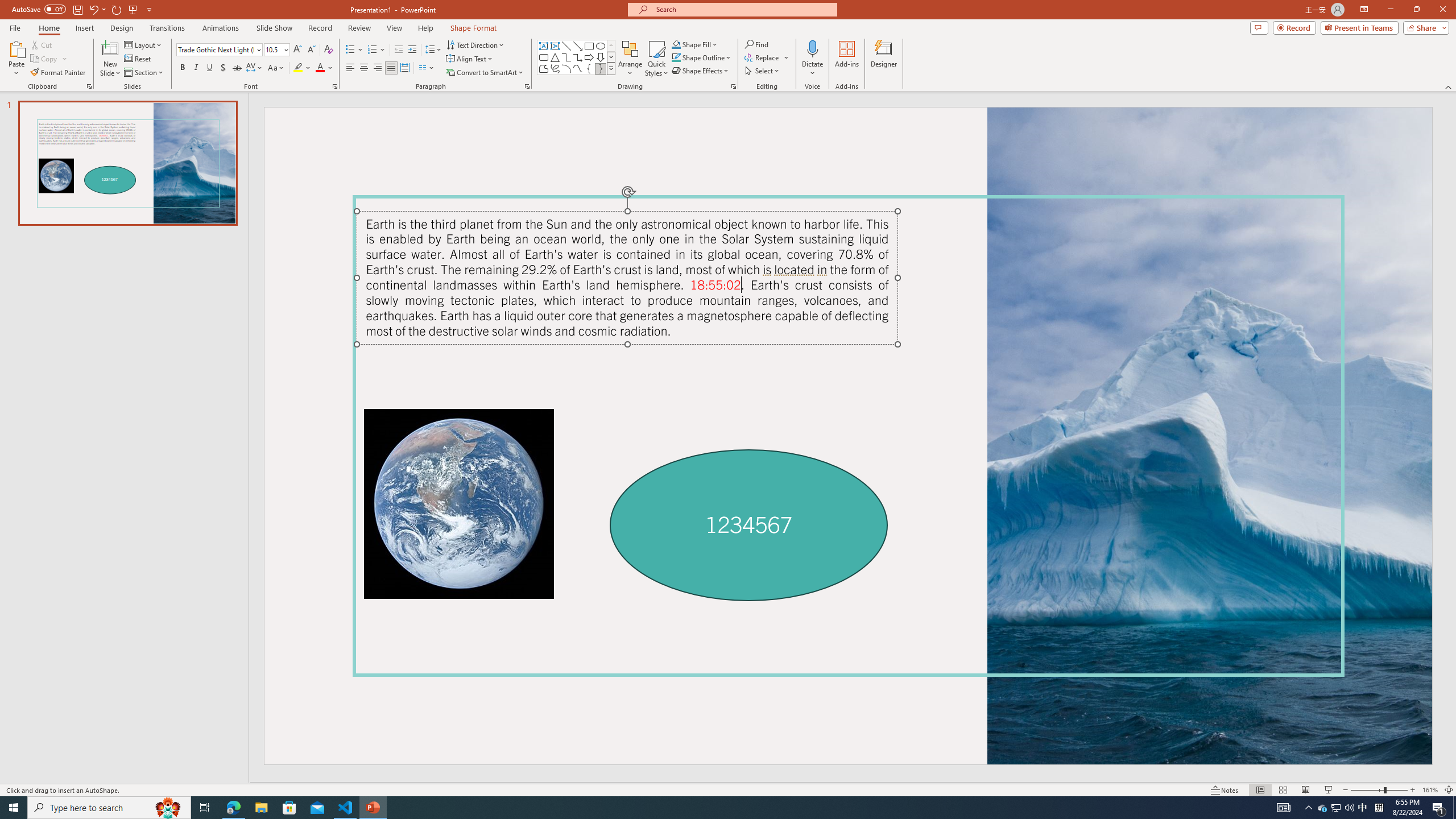  I want to click on 'Shape Fill Aqua, Accent 2', so click(676, 44).